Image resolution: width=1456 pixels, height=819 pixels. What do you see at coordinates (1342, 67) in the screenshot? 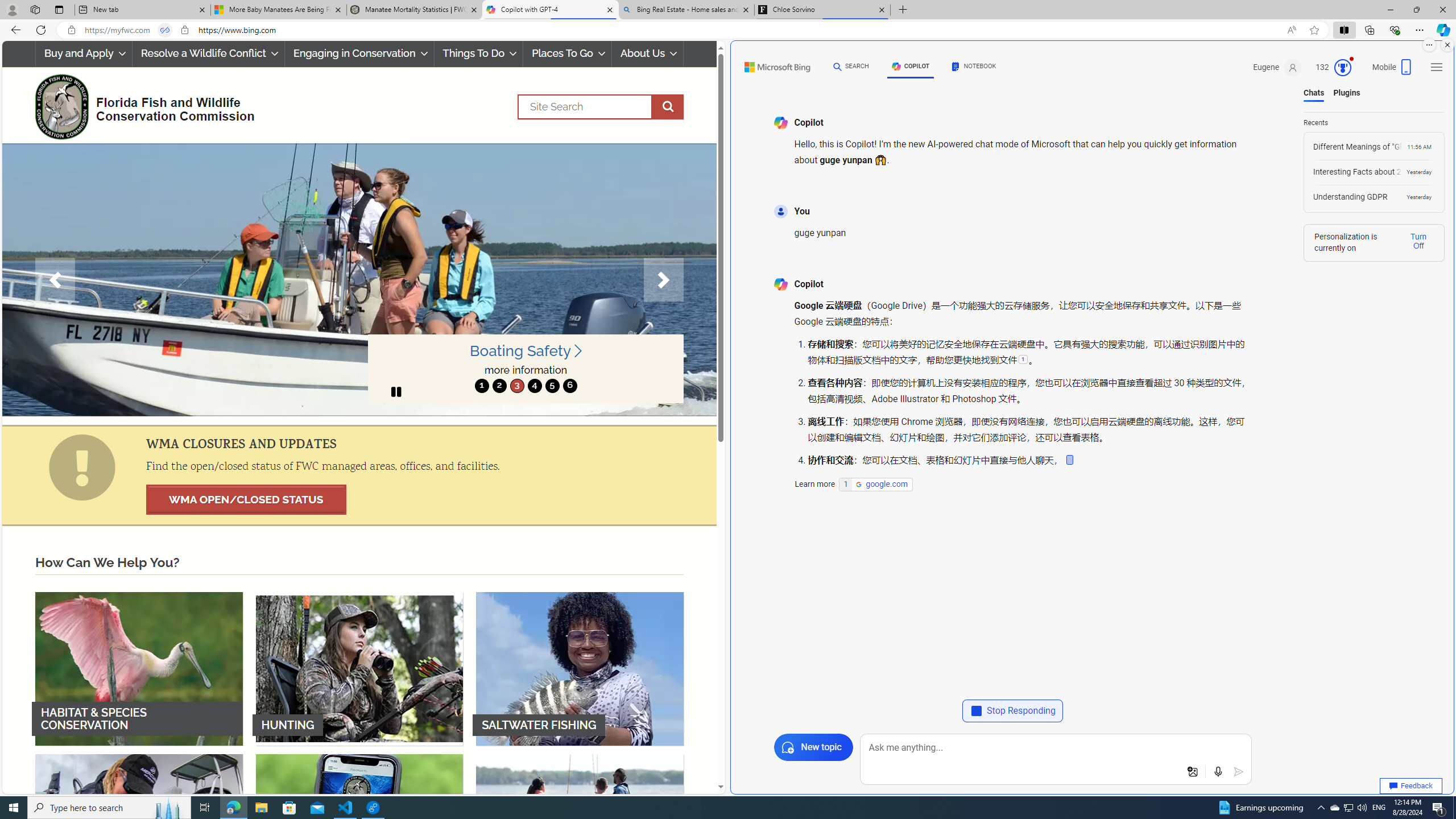
I see `'Class: medal-svg-animation'` at bounding box center [1342, 67].